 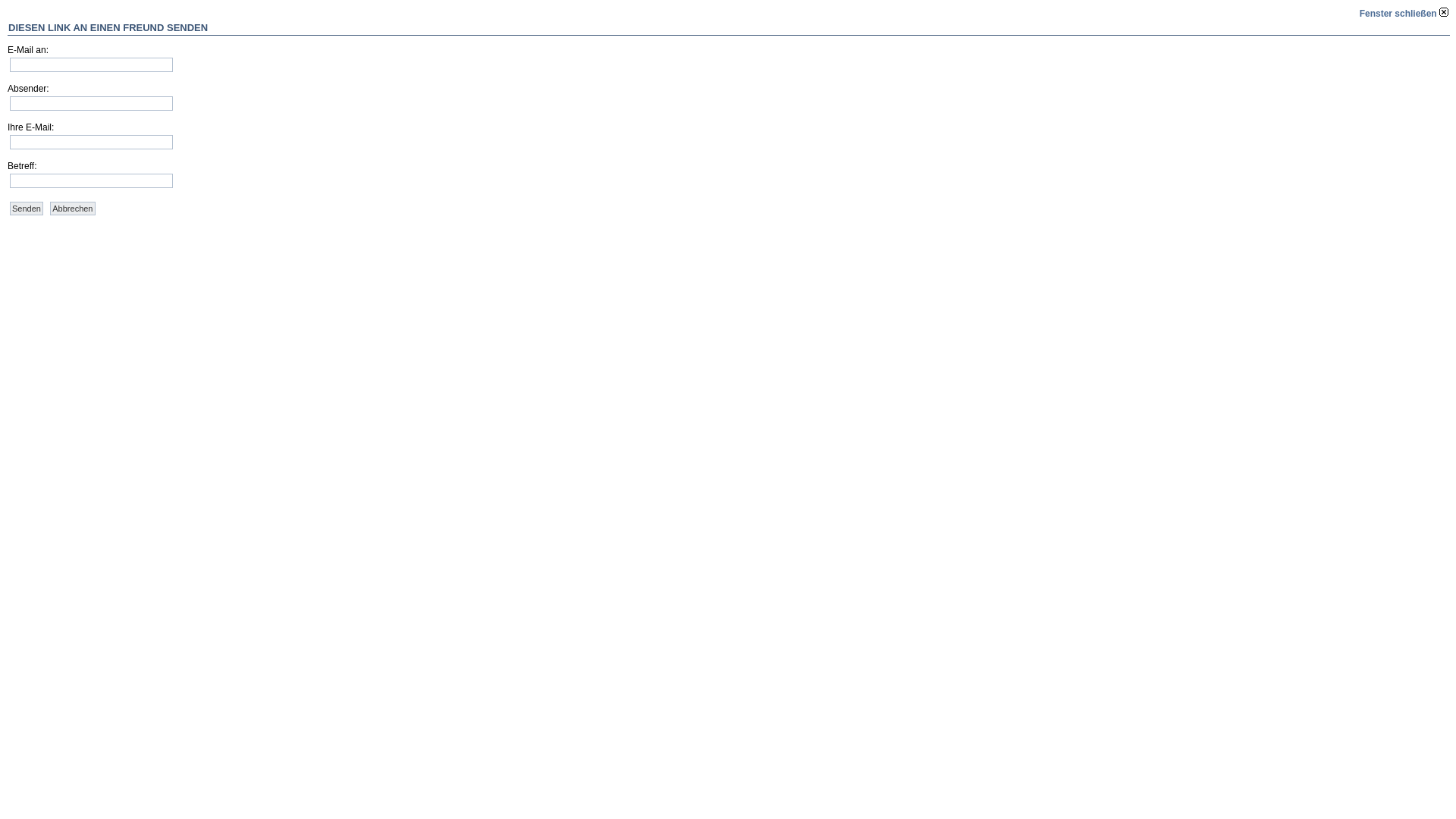 I want to click on 'Senden', so click(x=10, y=208).